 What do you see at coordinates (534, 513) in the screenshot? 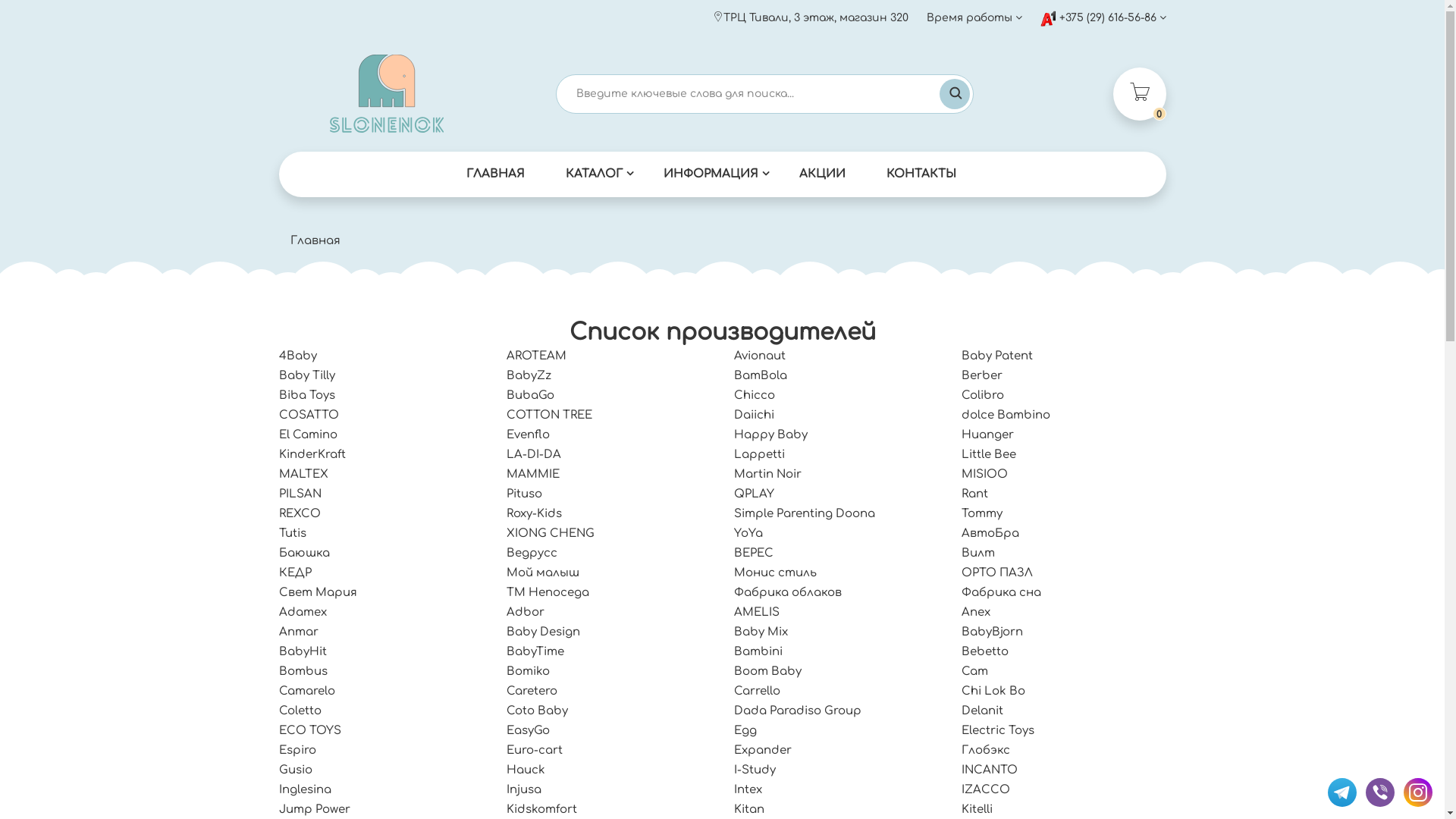
I see `'Roxy-Kids'` at bounding box center [534, 513].